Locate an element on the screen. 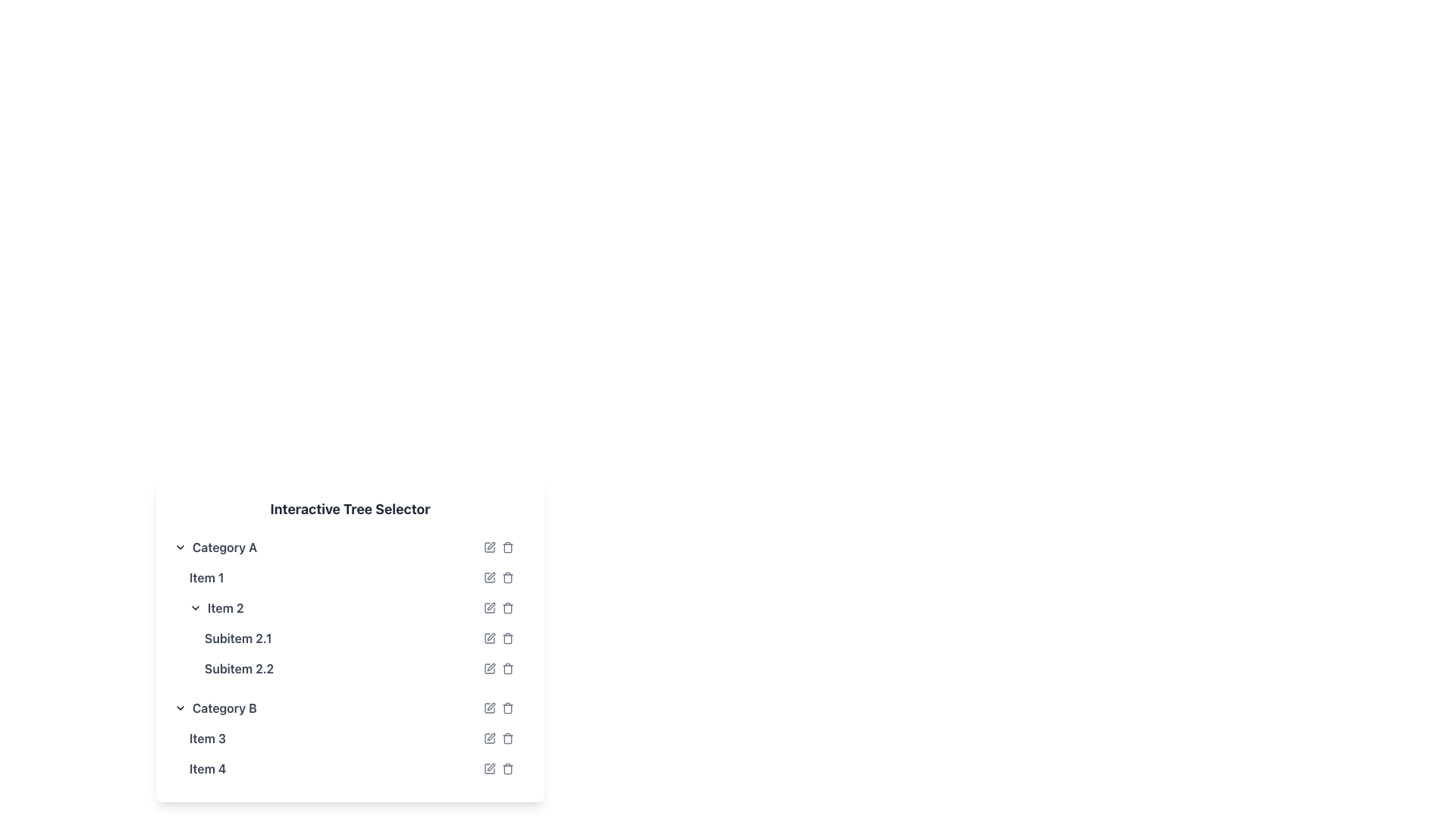 The image size is (1456, 819). the square icon with a pen or pencil intersecting it, which is part of the 'Interactive Tree Selector' next to 'Item 3' is located at coordinates (490, 738).